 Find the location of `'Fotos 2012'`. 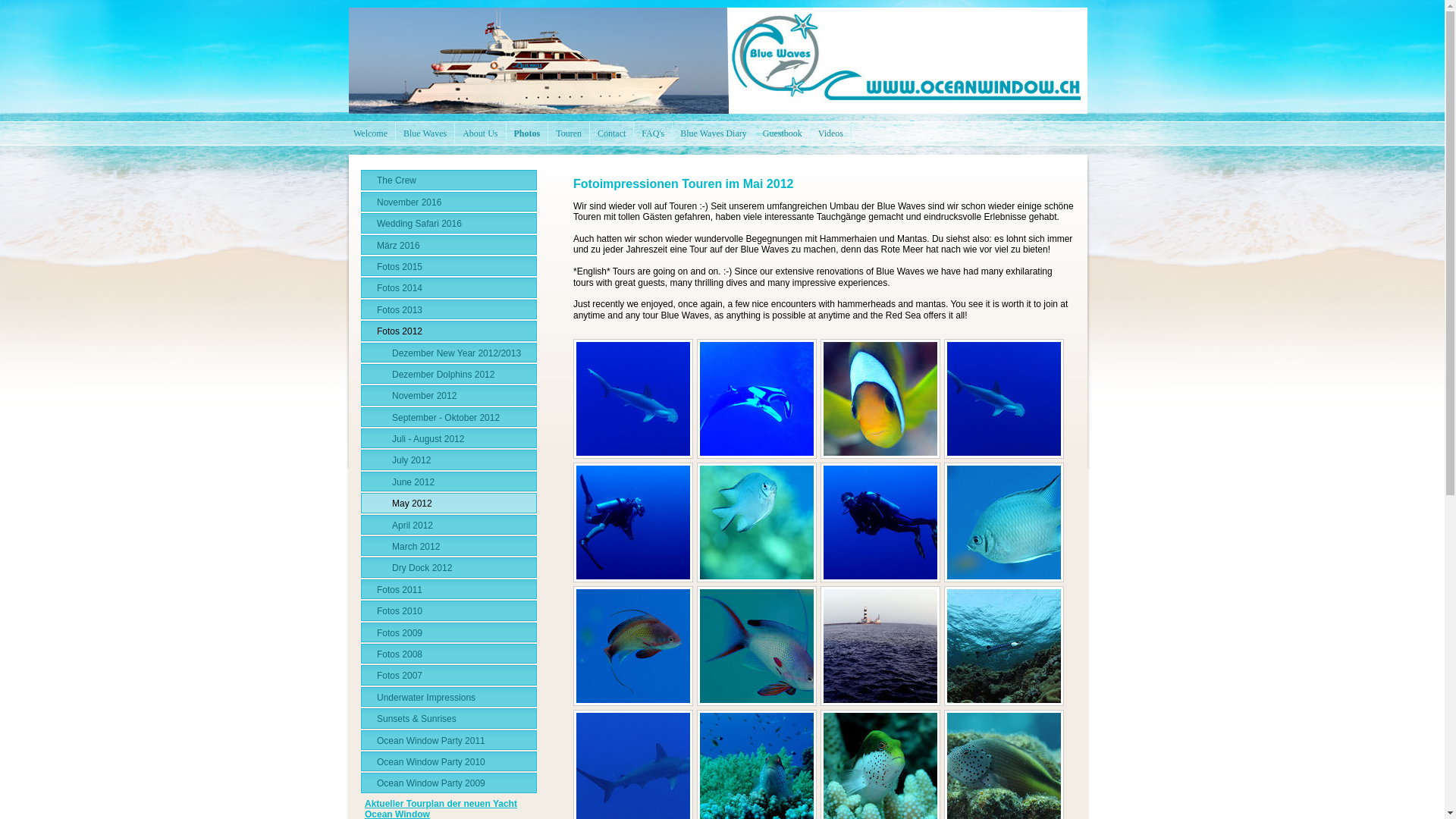

'Fotos 2012' is located at coordinates (359, 329).